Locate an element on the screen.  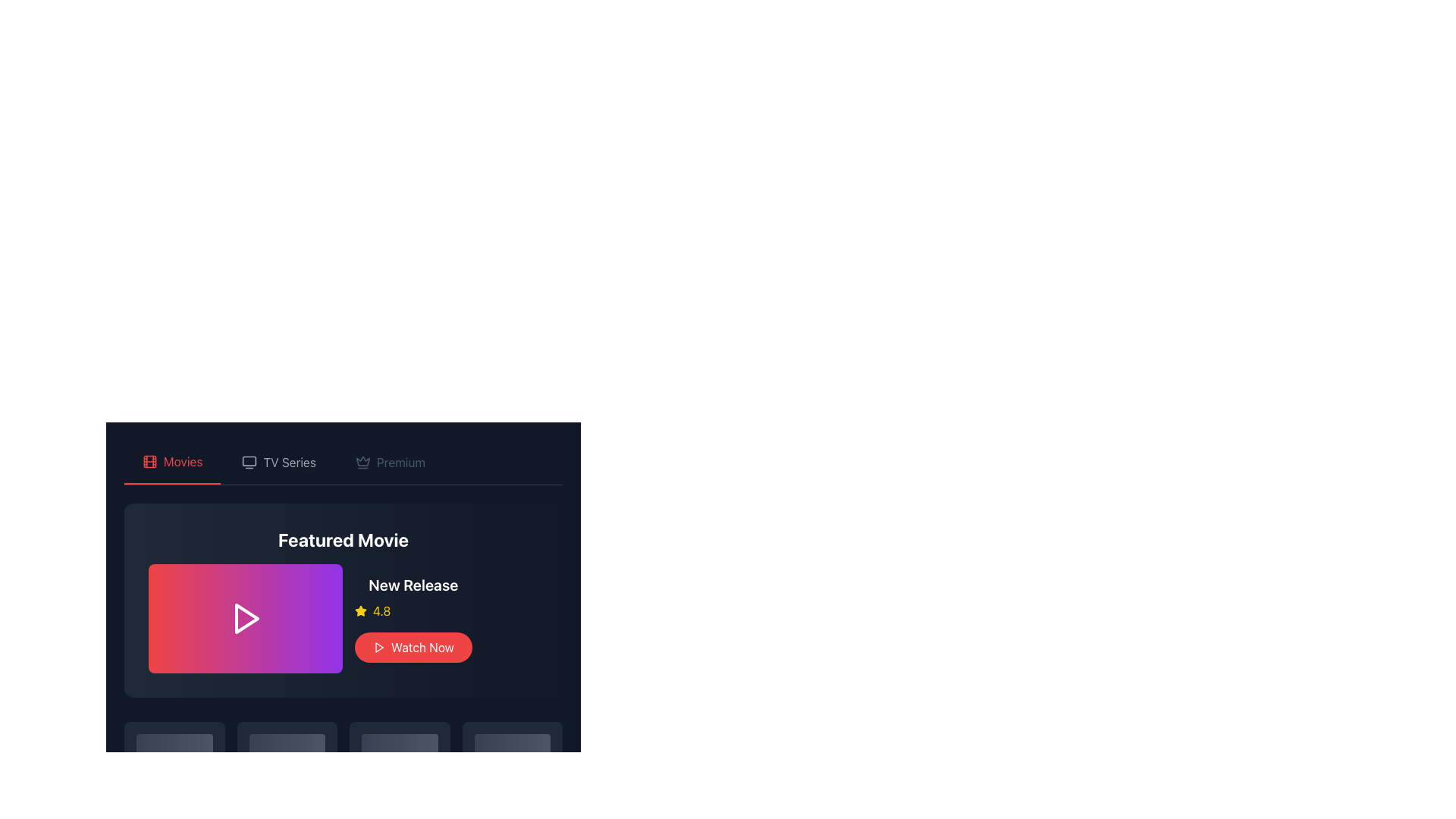
the play icon within the SVG component, which is centered in the 'Featured Movie' banner, to trigger visual feedback is located at coordinates (247, 619).